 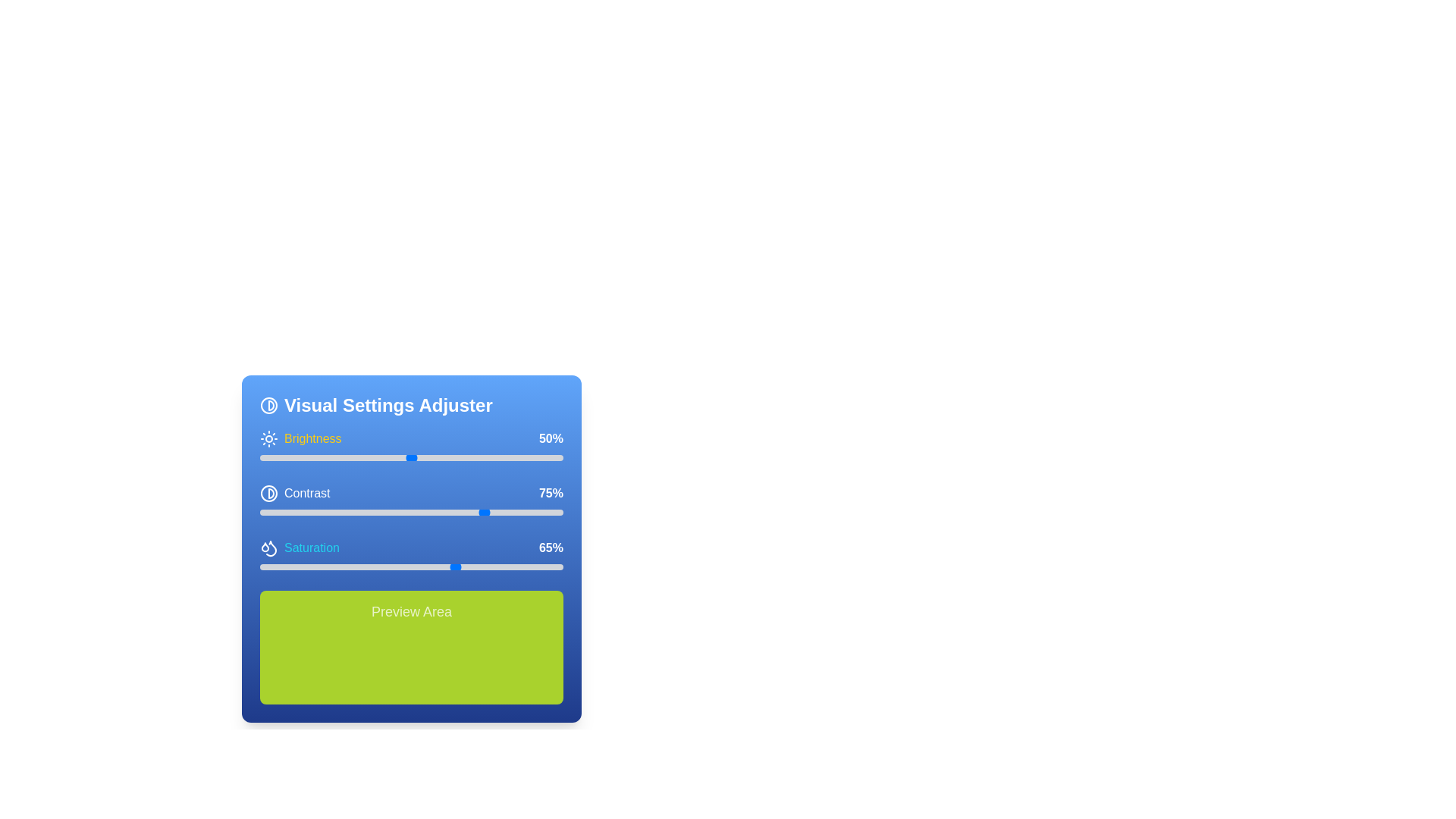 I want to click on saturation, so click(x=425, y=567).